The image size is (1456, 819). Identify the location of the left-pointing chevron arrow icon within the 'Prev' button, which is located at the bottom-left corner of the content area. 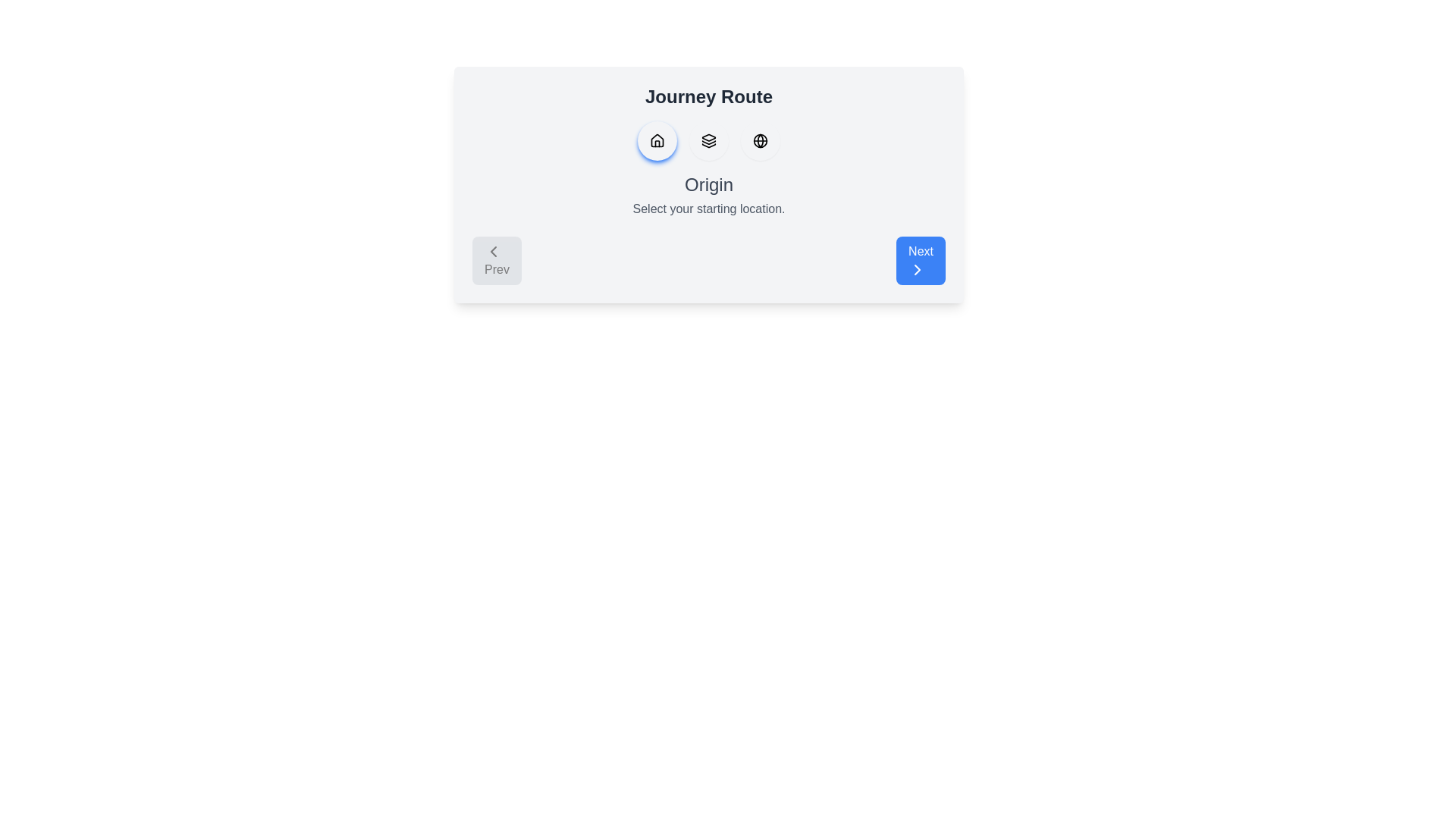
(494, 250).